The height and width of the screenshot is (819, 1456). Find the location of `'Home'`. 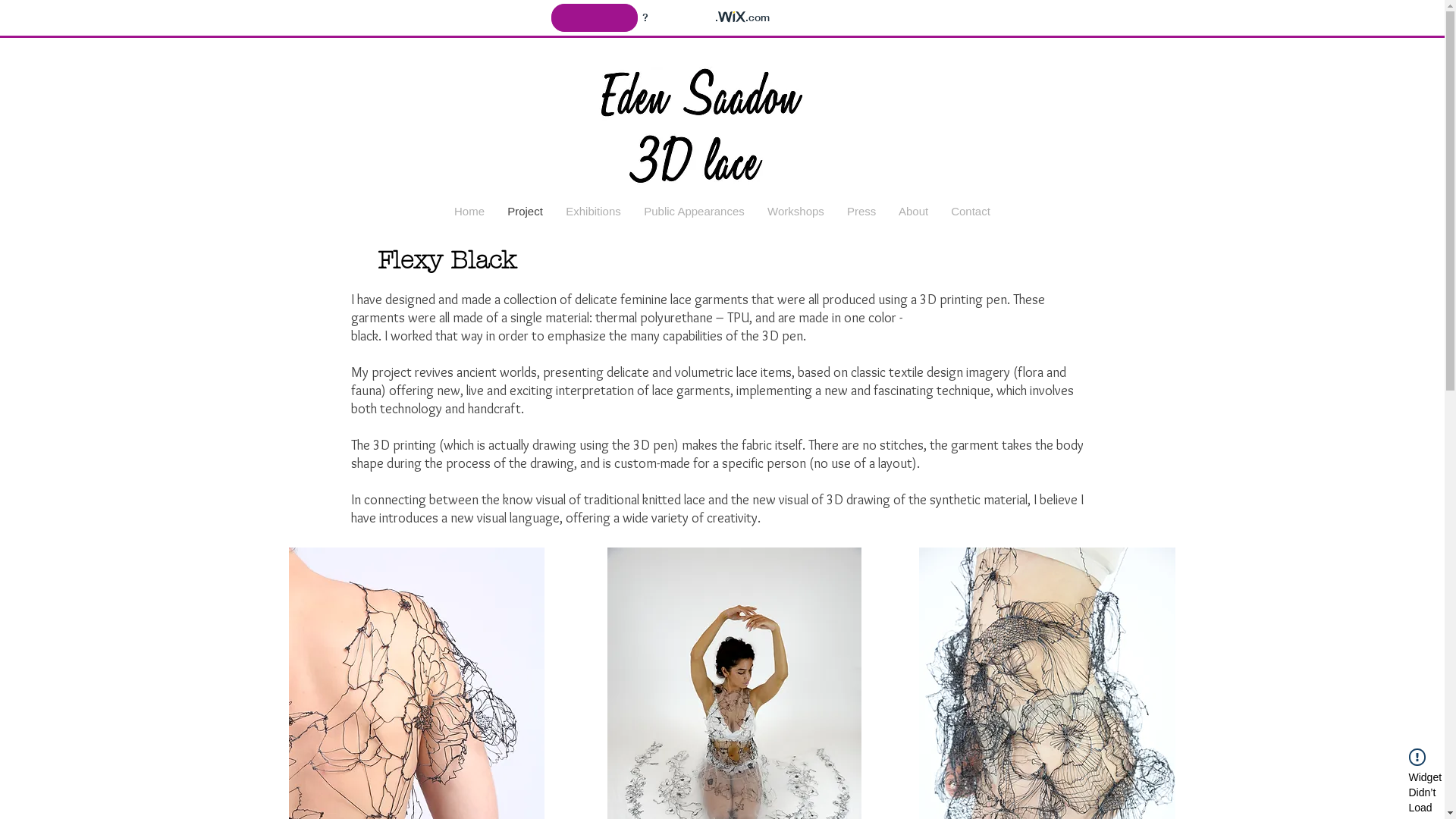

'Home' is located at coordinates (469, 211).